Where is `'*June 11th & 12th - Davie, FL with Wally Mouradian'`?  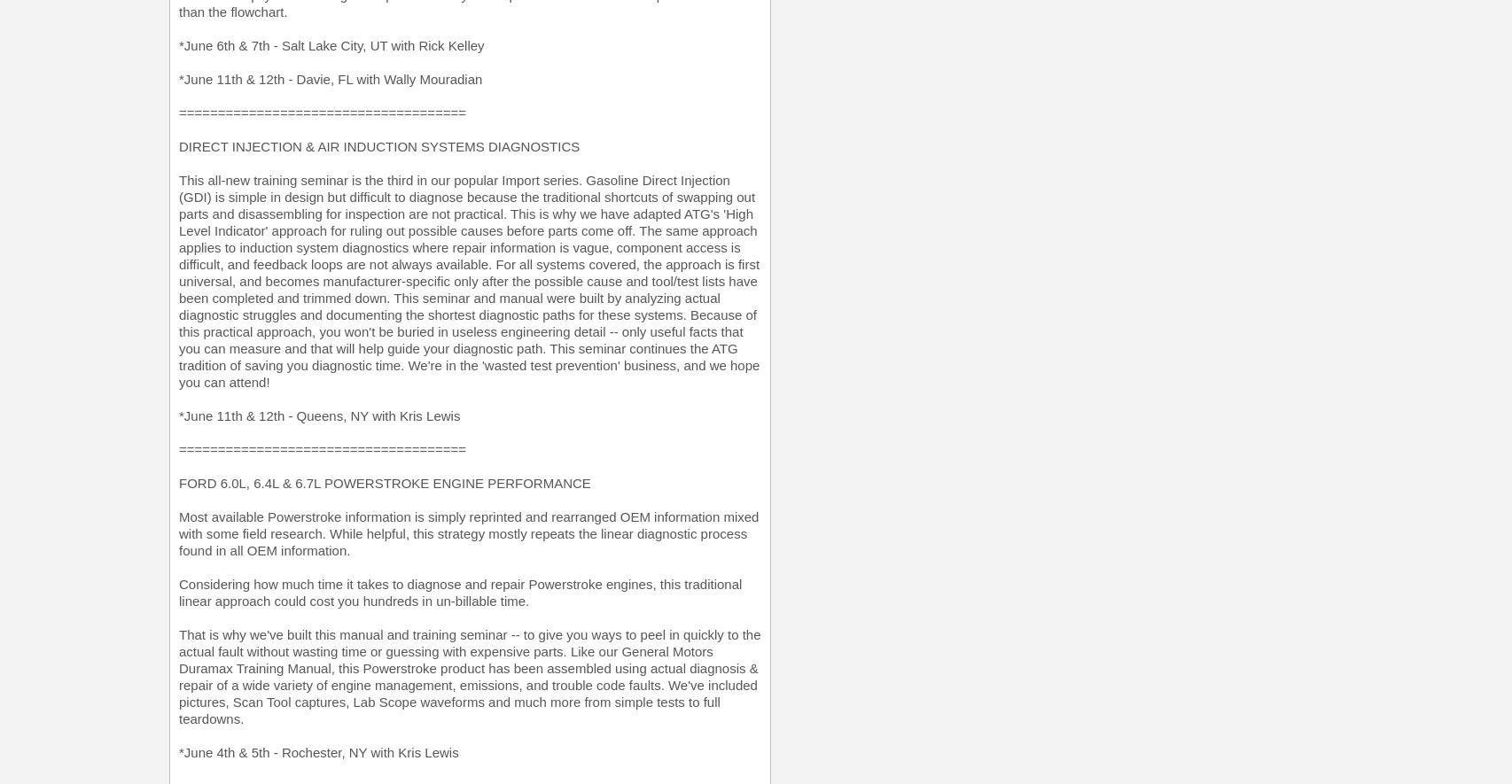 '*June 11th & 12th - Davie, FL with Wally Mouradian' is located at coordinates (178, 79).